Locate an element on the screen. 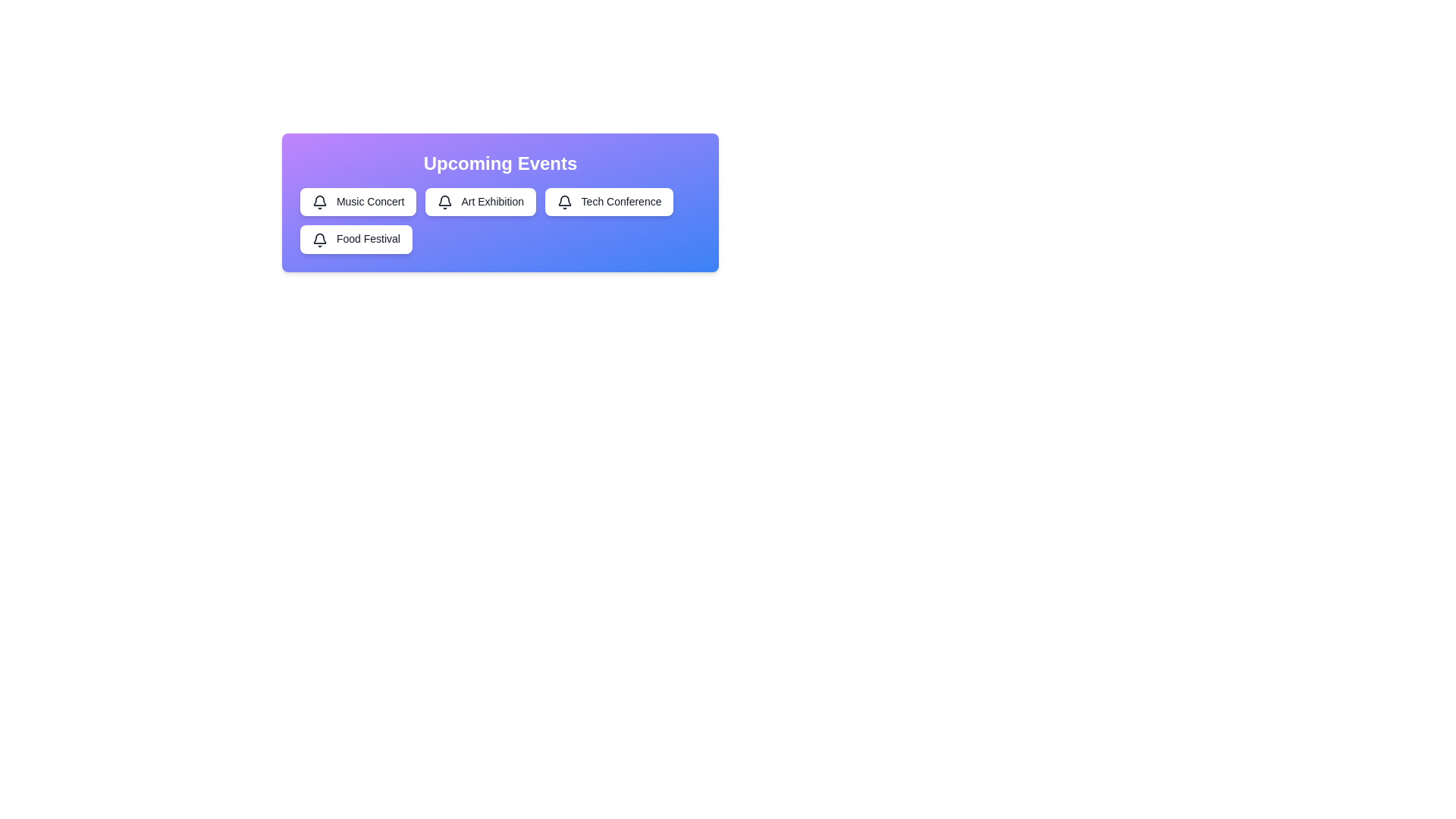 Image resolution: width=1456 pixels, height=819 pixels. the event Art Exhibition by clicking its corresponding chip is located at coordinates (480, 201).